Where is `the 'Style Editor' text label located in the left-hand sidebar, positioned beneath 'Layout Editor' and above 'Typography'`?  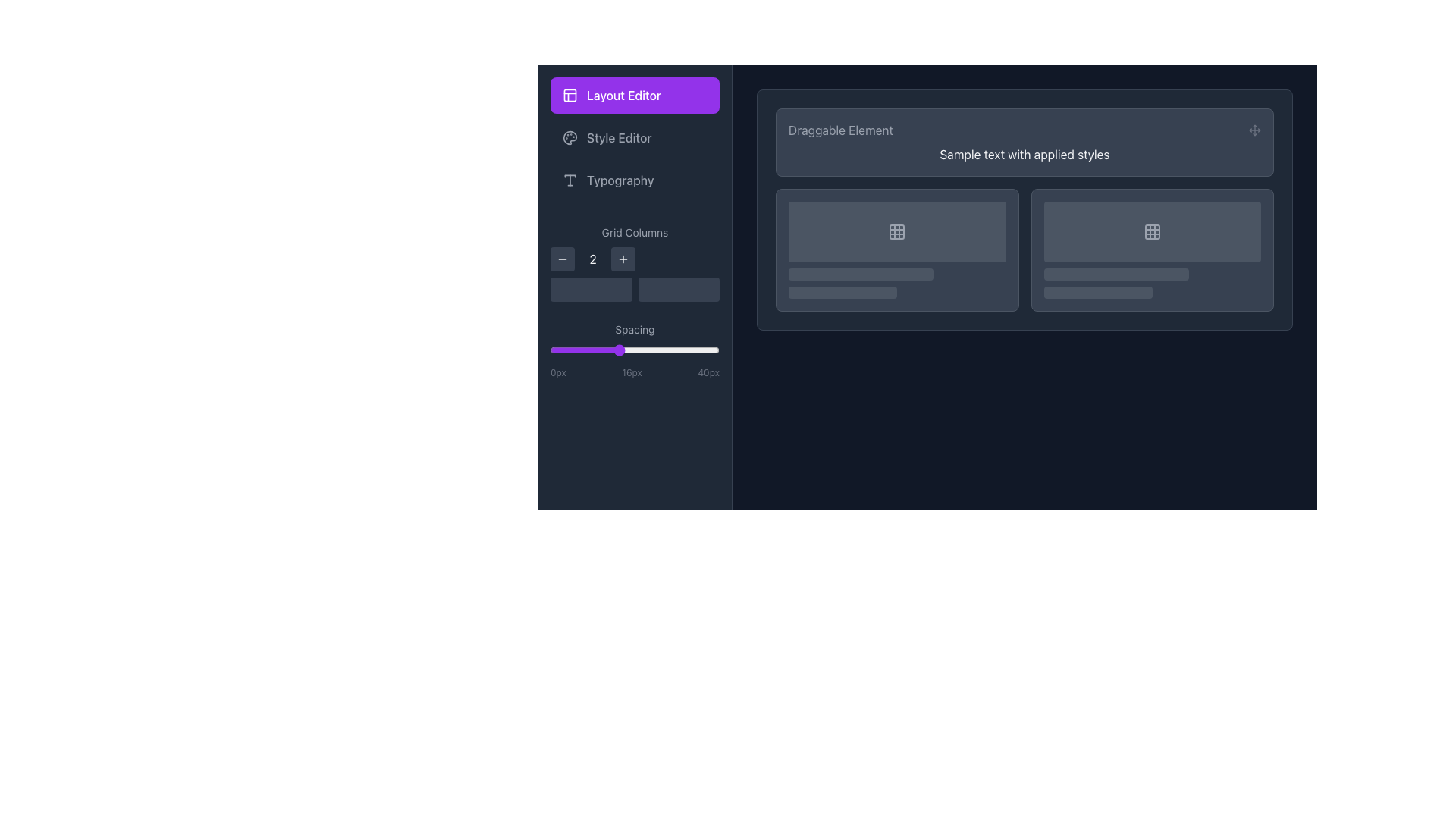
the 'Style Editor' text label located in the left-hand sidebar, positioned beneath 'Layout Editor' and above 'Typography' is located at coordinates (619, 137).